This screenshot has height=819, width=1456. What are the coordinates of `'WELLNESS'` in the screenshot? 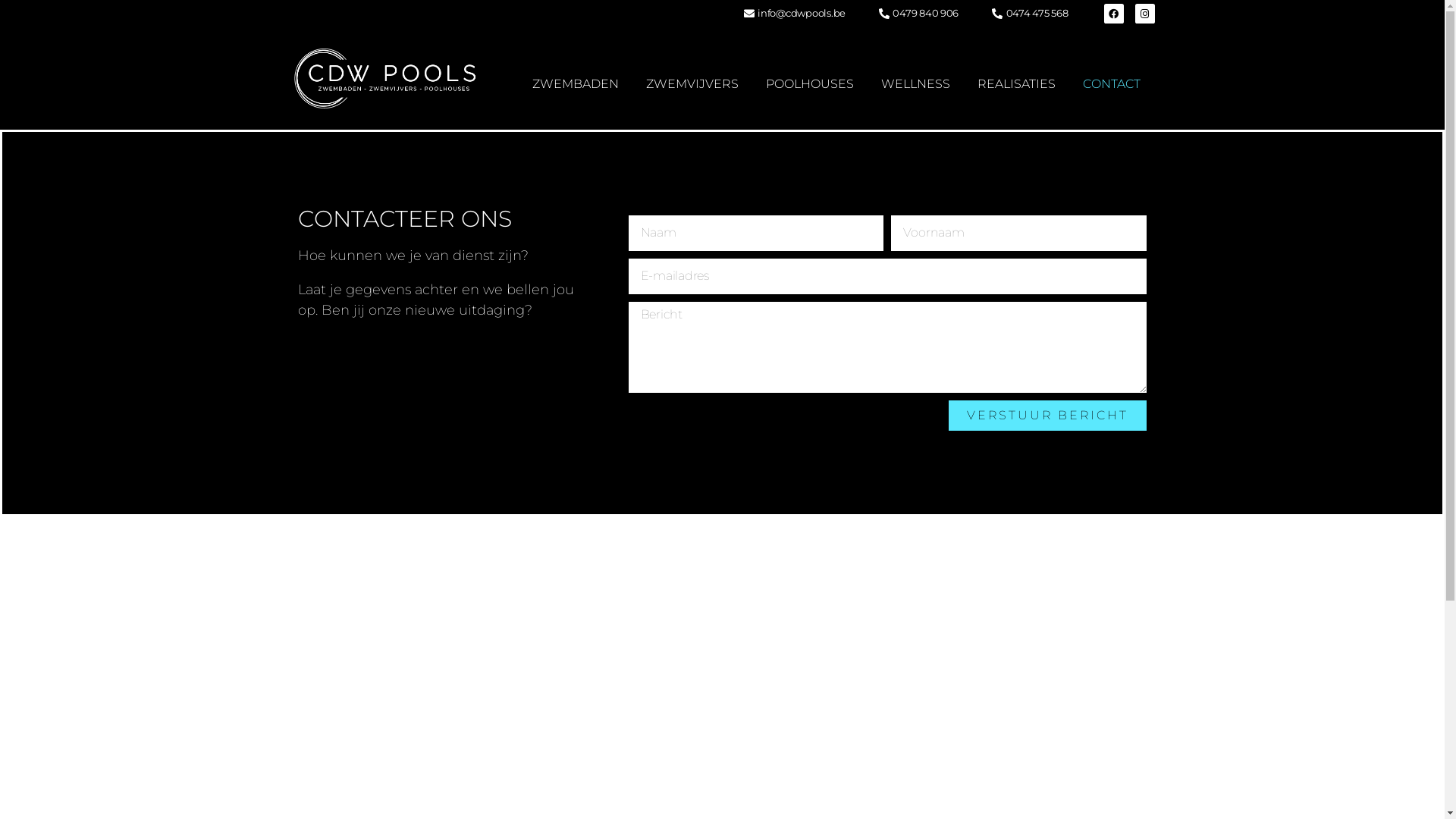 It's located at (915, 84).